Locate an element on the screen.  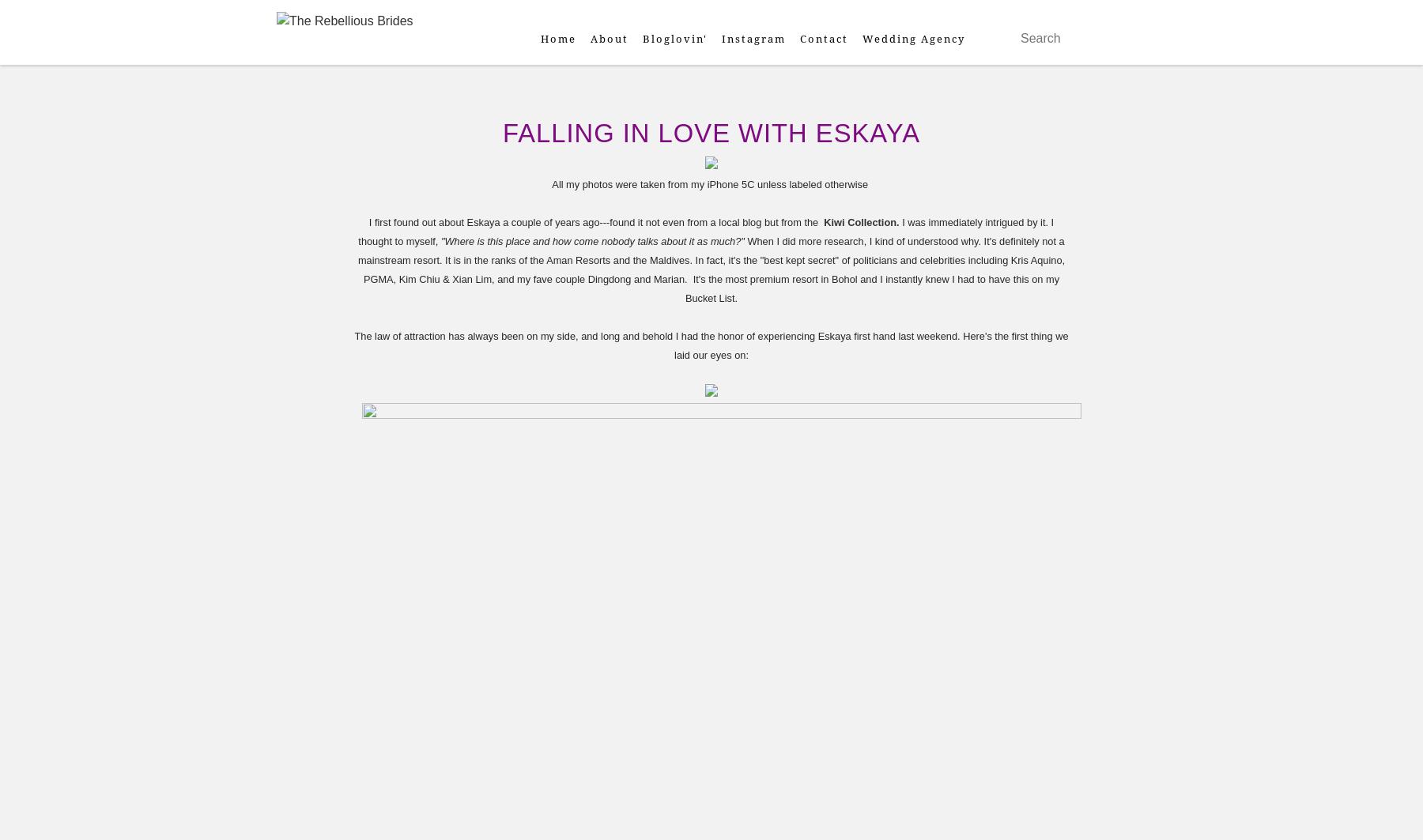
'Contact' is located at coordinates (824, 39).